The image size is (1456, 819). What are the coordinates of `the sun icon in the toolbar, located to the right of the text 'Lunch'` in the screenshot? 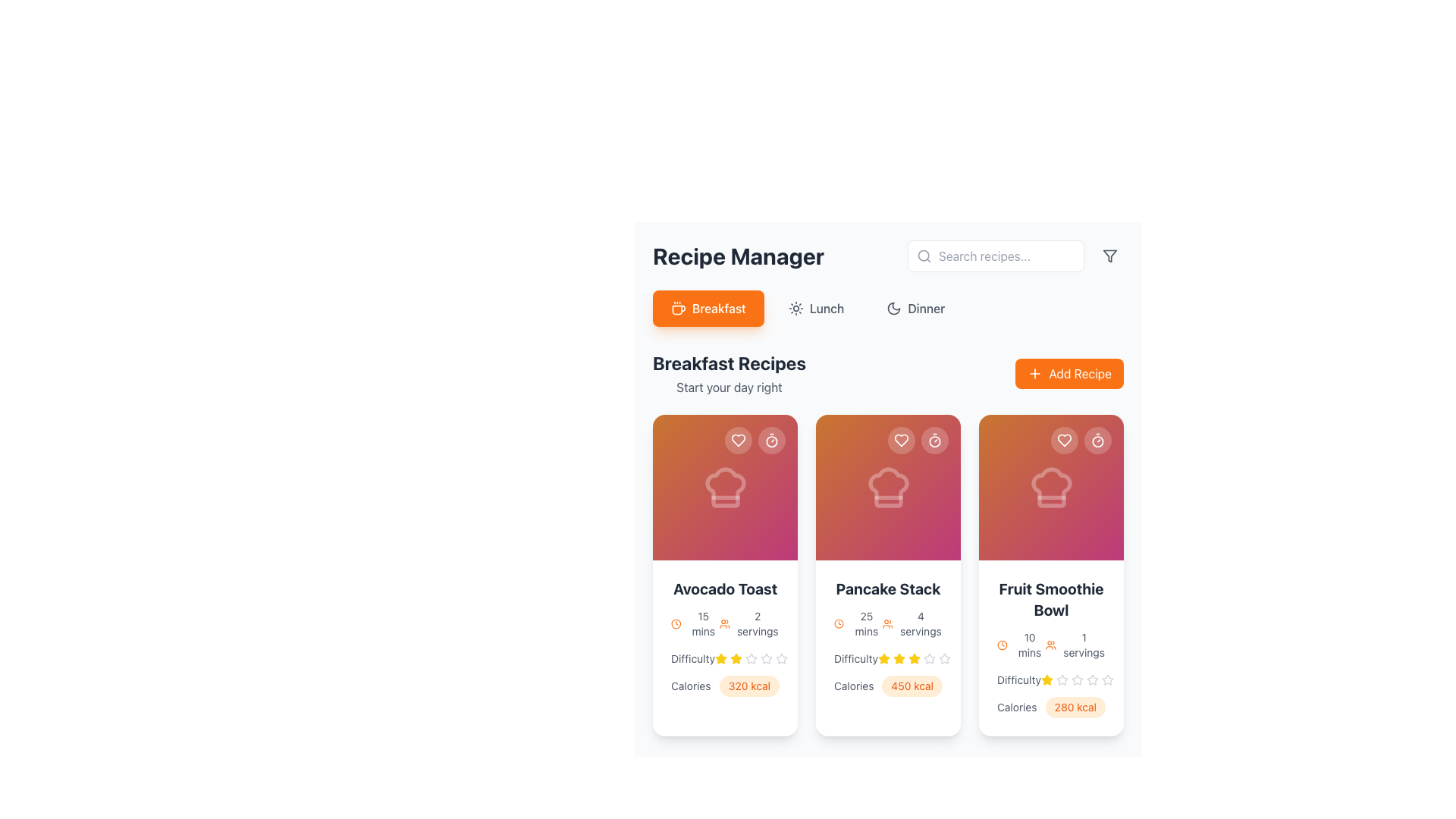 It's located at (795, 308).